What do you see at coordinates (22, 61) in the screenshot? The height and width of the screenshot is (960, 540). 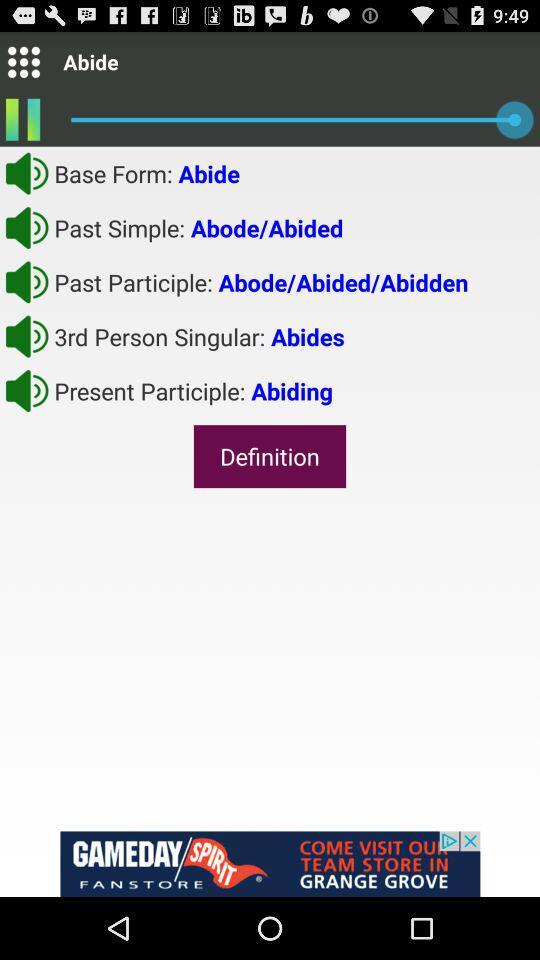 I see `icon option` at bounding box center [22, 61].